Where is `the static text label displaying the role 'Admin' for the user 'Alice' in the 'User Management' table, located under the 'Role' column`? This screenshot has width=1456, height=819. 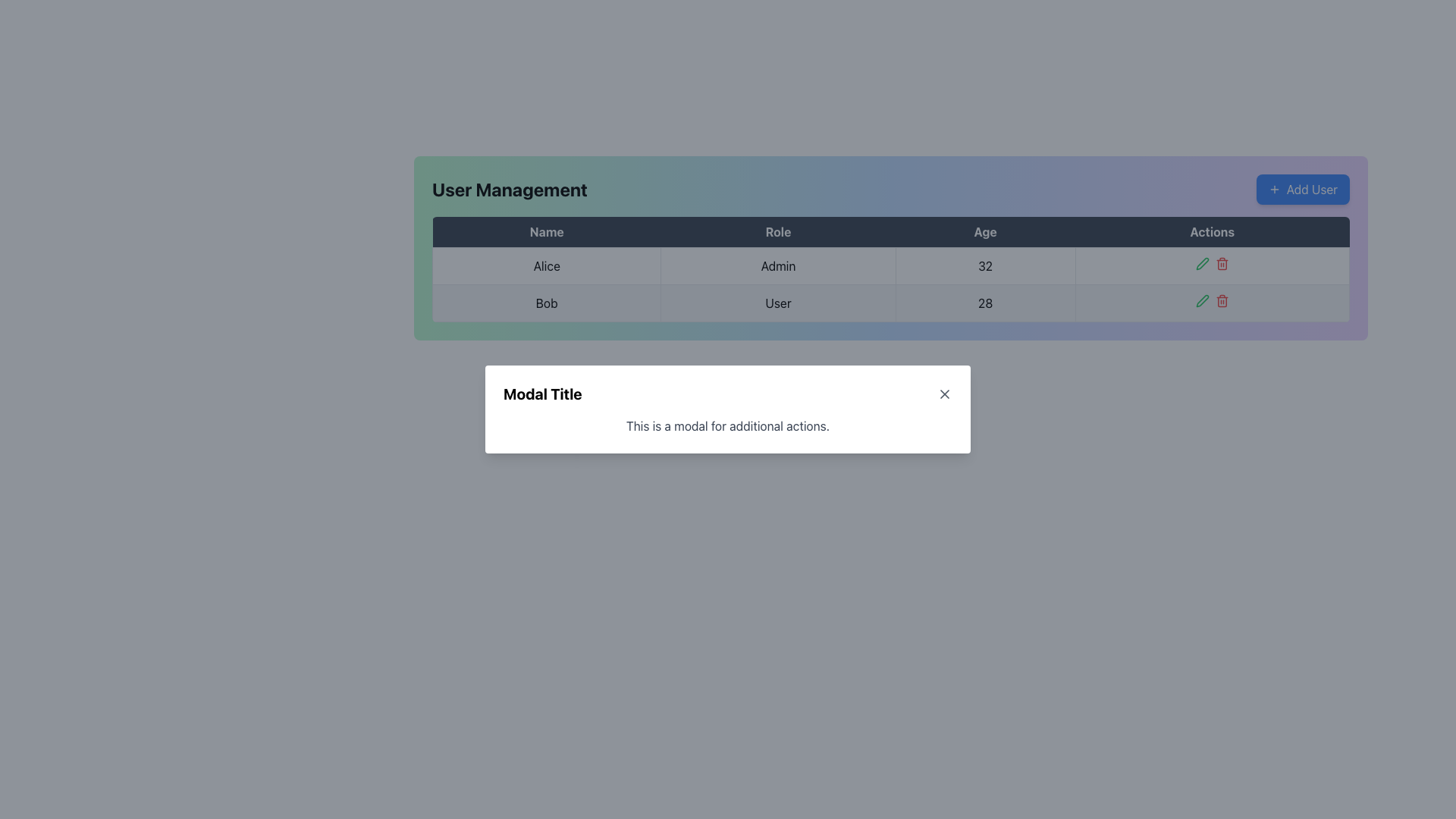 the static text label displaying the role 'Admin' for the user 'Alice' in the 'User Management' table, located under the 'Role' column is located at coordinates (778, 265).